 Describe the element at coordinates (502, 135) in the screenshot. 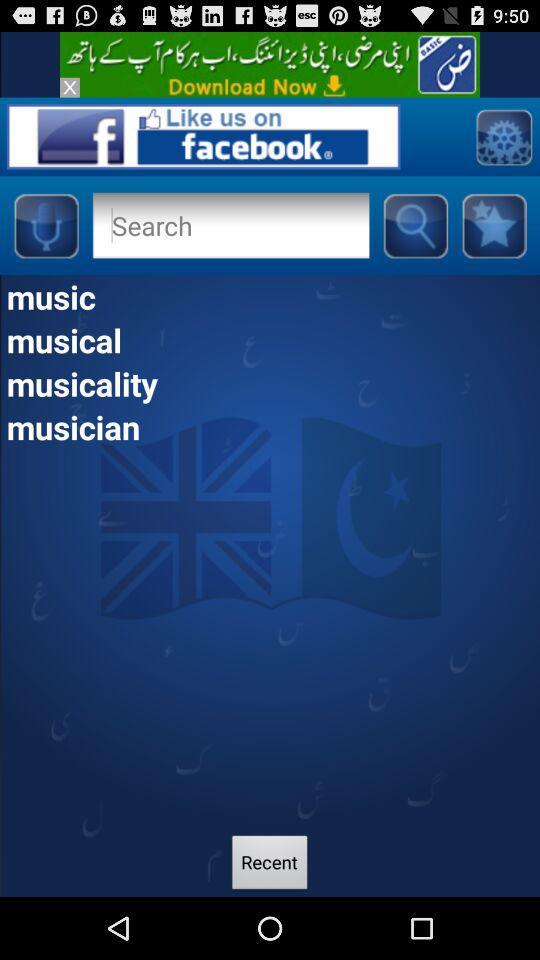

I see `settings` at that location.